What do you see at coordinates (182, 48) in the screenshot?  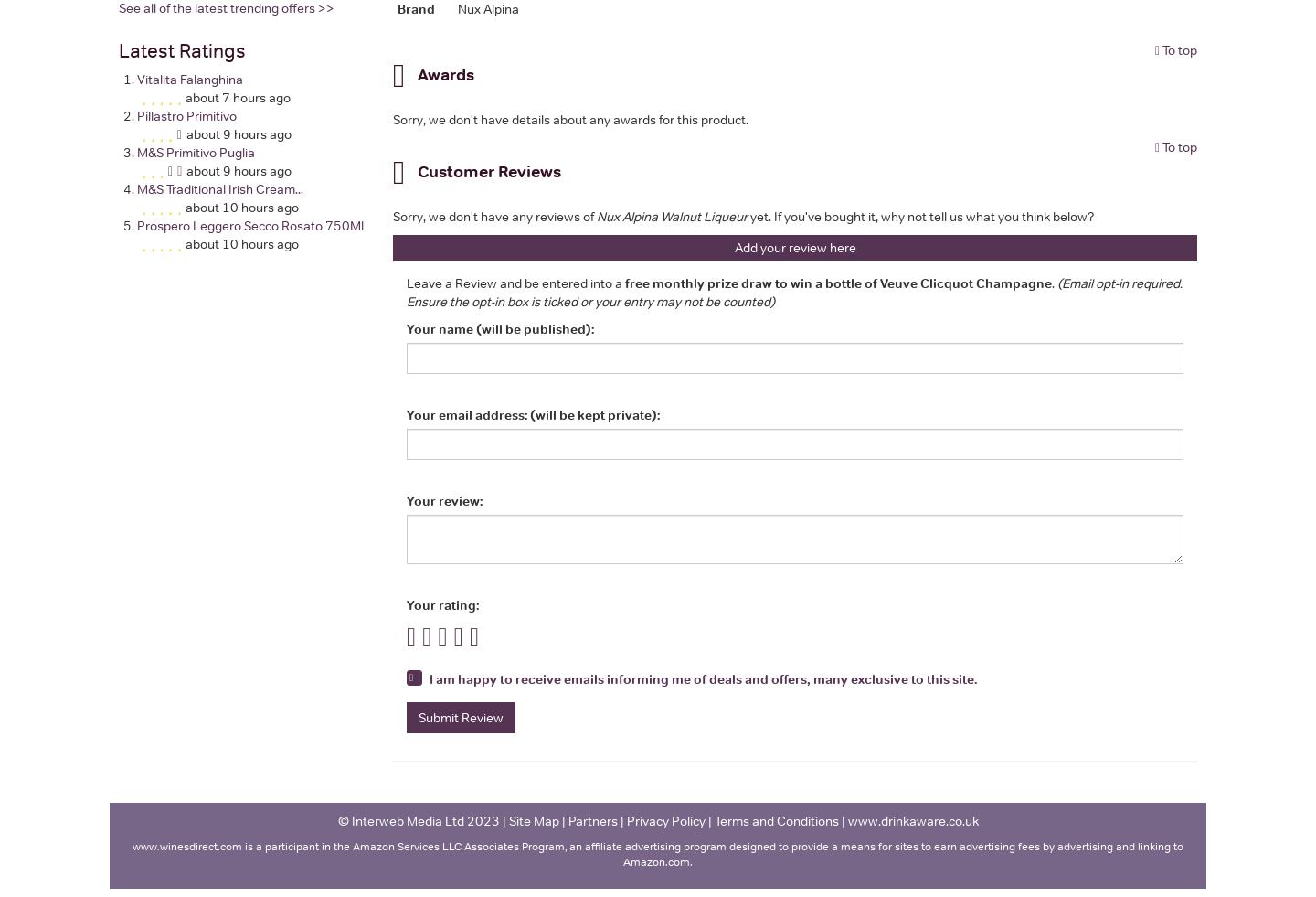 I see `'Latest Ratings'` at bounding box center [182, 48].